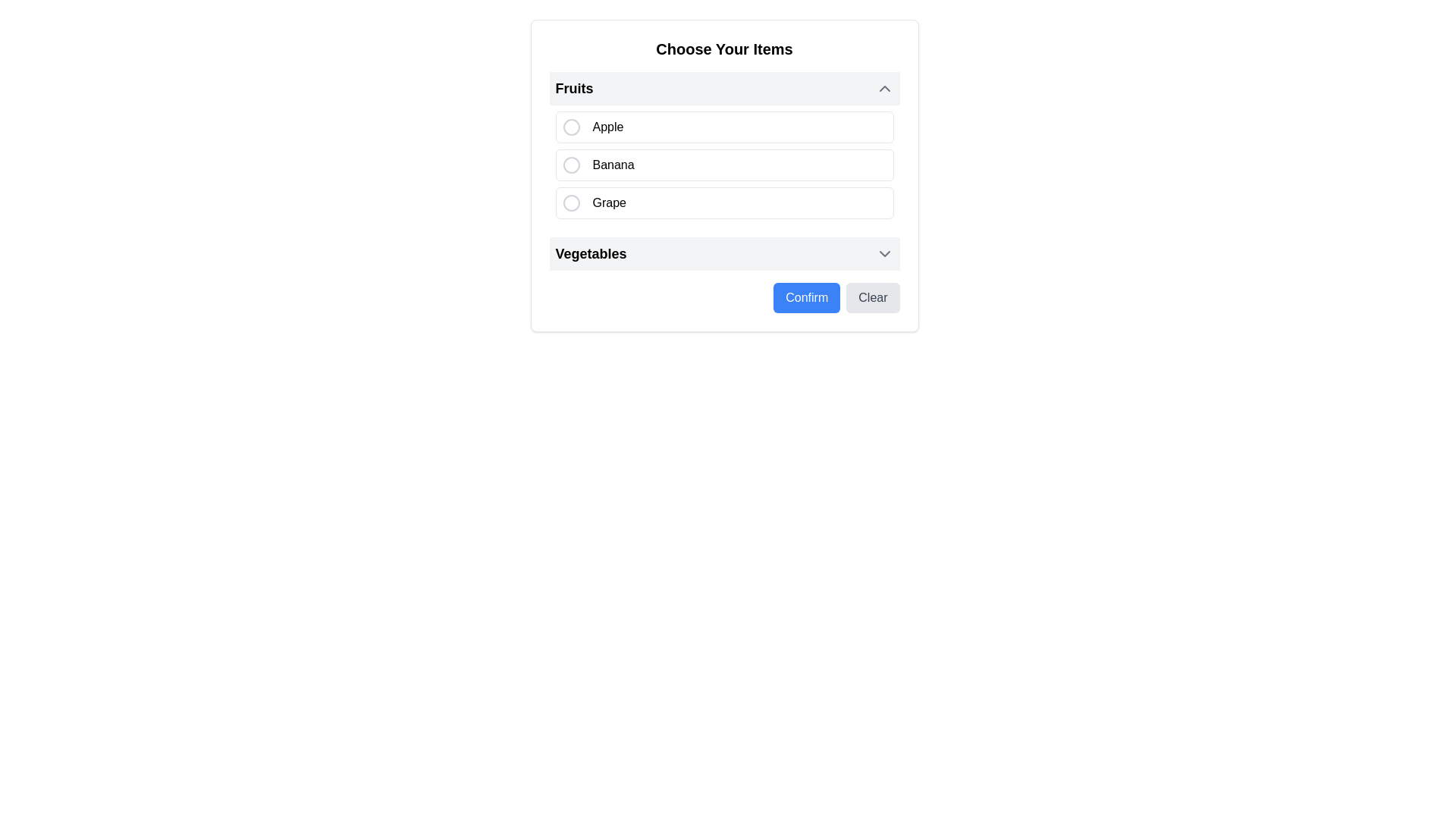  What do you see at coordinates (723, 127) in the screenshot?
I see `the clickable list item for 'Apple', which includes a radio button and is positioned at the top of the fruits list` at bounding box center [723, 127].